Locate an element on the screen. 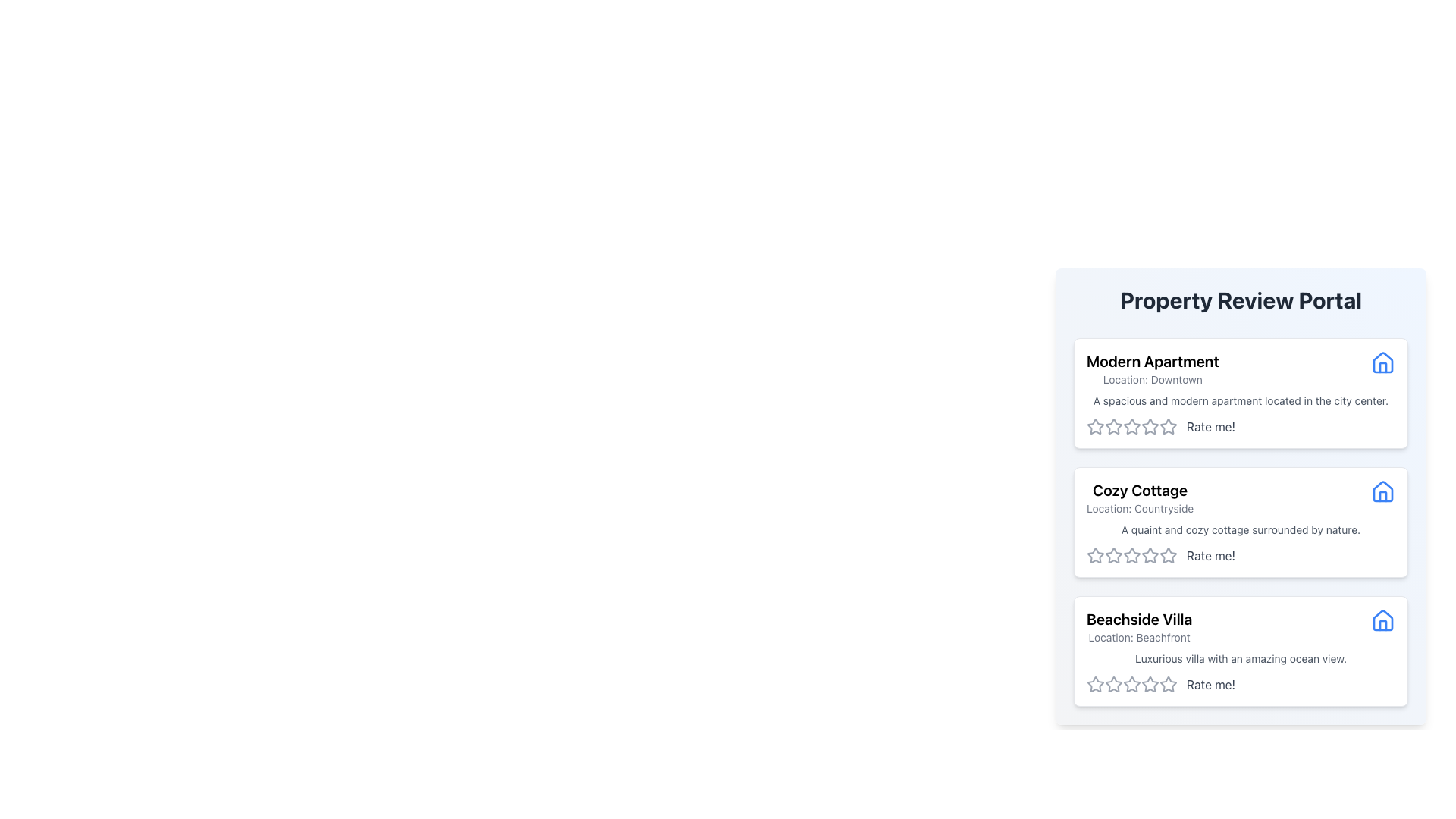 This screenshot has width=1456, height=819. text label displaying the description 'Luxurious villa with an amazing ocean view.' located beneath the title and location information of 'Beachside Villa' in the 'Property Review Portal' interface is located at coordinates (1241, 657).